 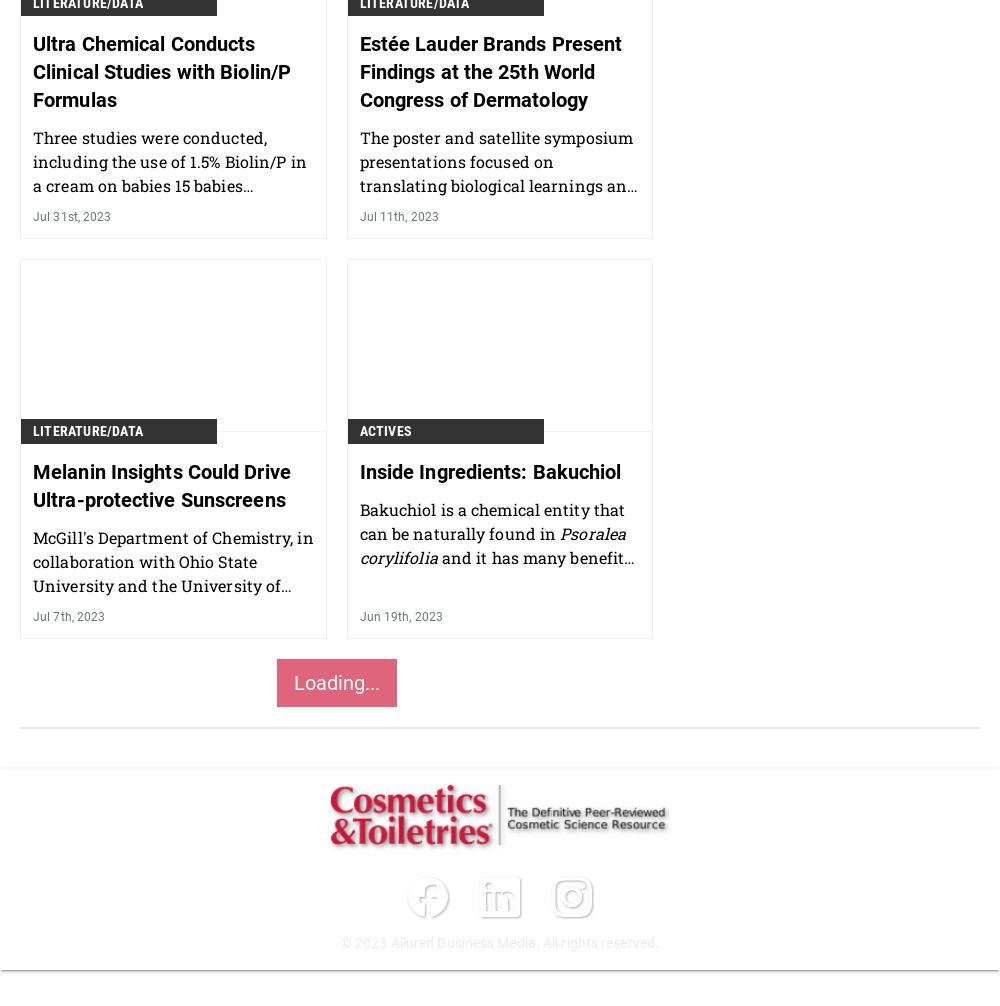 What do you see at coordinates (494, 568) in the screenshot?
I see `'and it has many benefits for skin.'` at bounding box center [494, 568].